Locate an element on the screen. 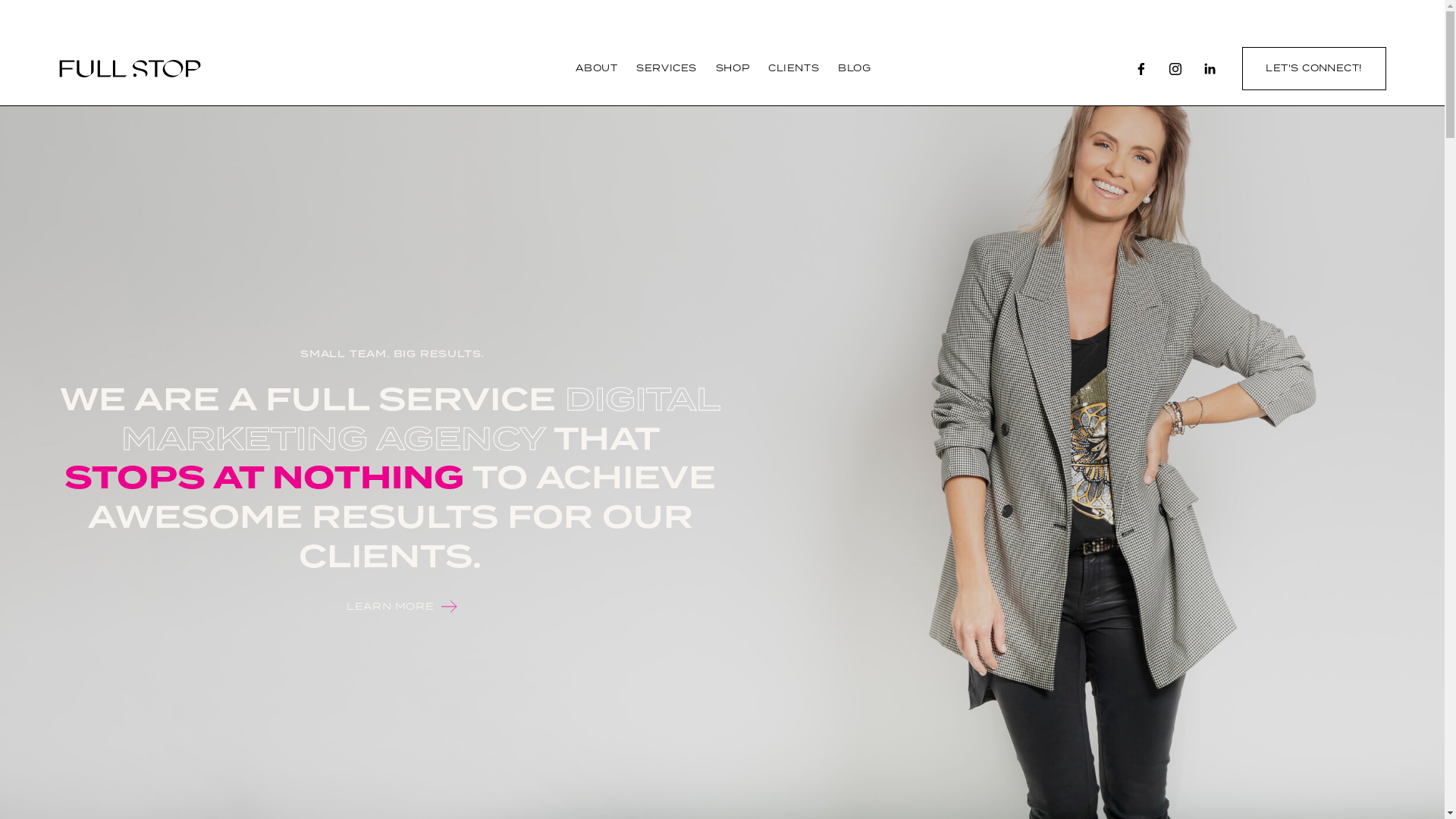  'BLOG' is located at coordinates (854, 69).